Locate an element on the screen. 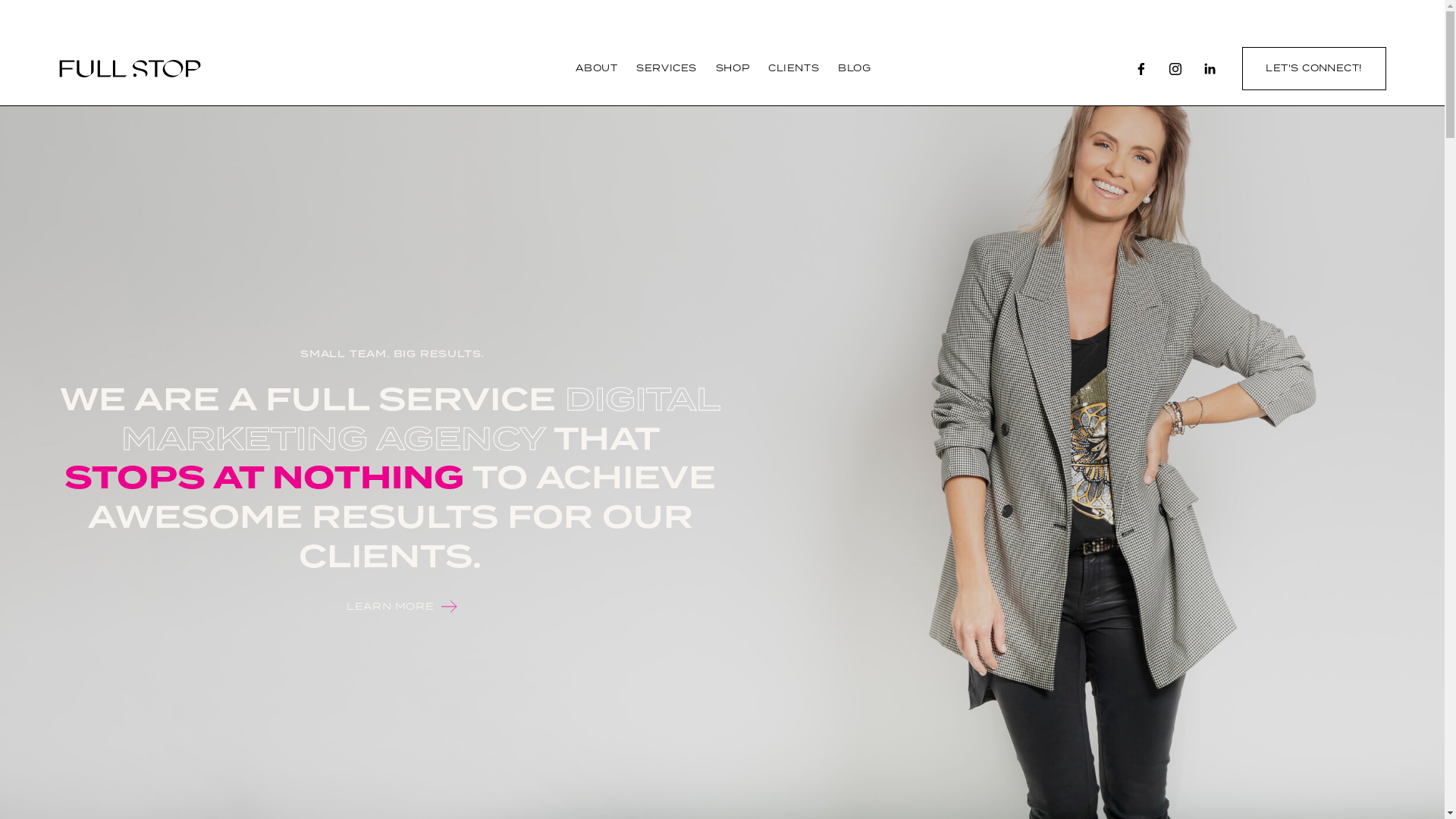  'BLOG' is located at coordinates (854, 69).